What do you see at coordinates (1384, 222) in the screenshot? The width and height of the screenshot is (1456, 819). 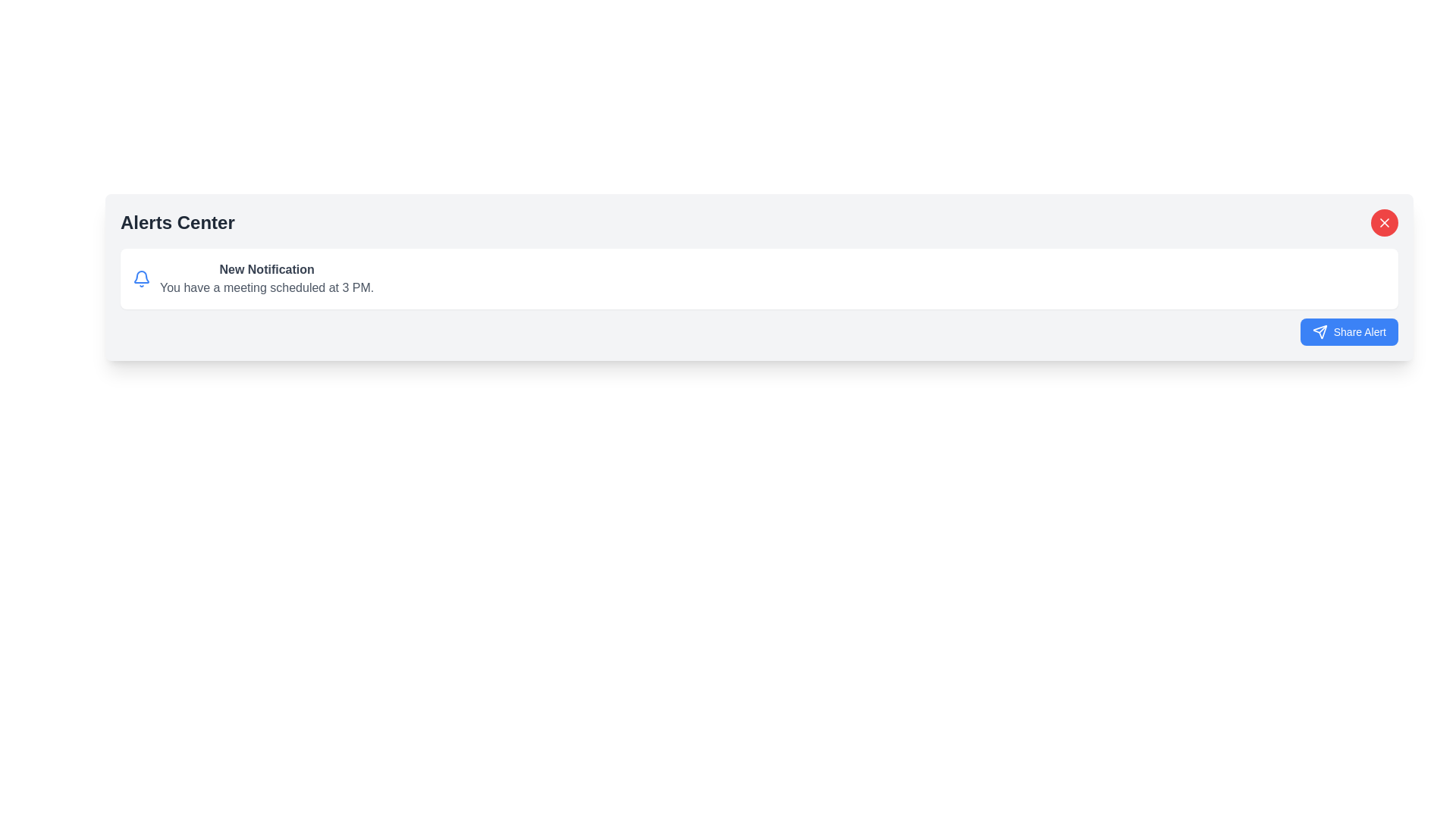 I see `the icon button located at the top-right corner of the notification card` at bounding box center [1384, 222].